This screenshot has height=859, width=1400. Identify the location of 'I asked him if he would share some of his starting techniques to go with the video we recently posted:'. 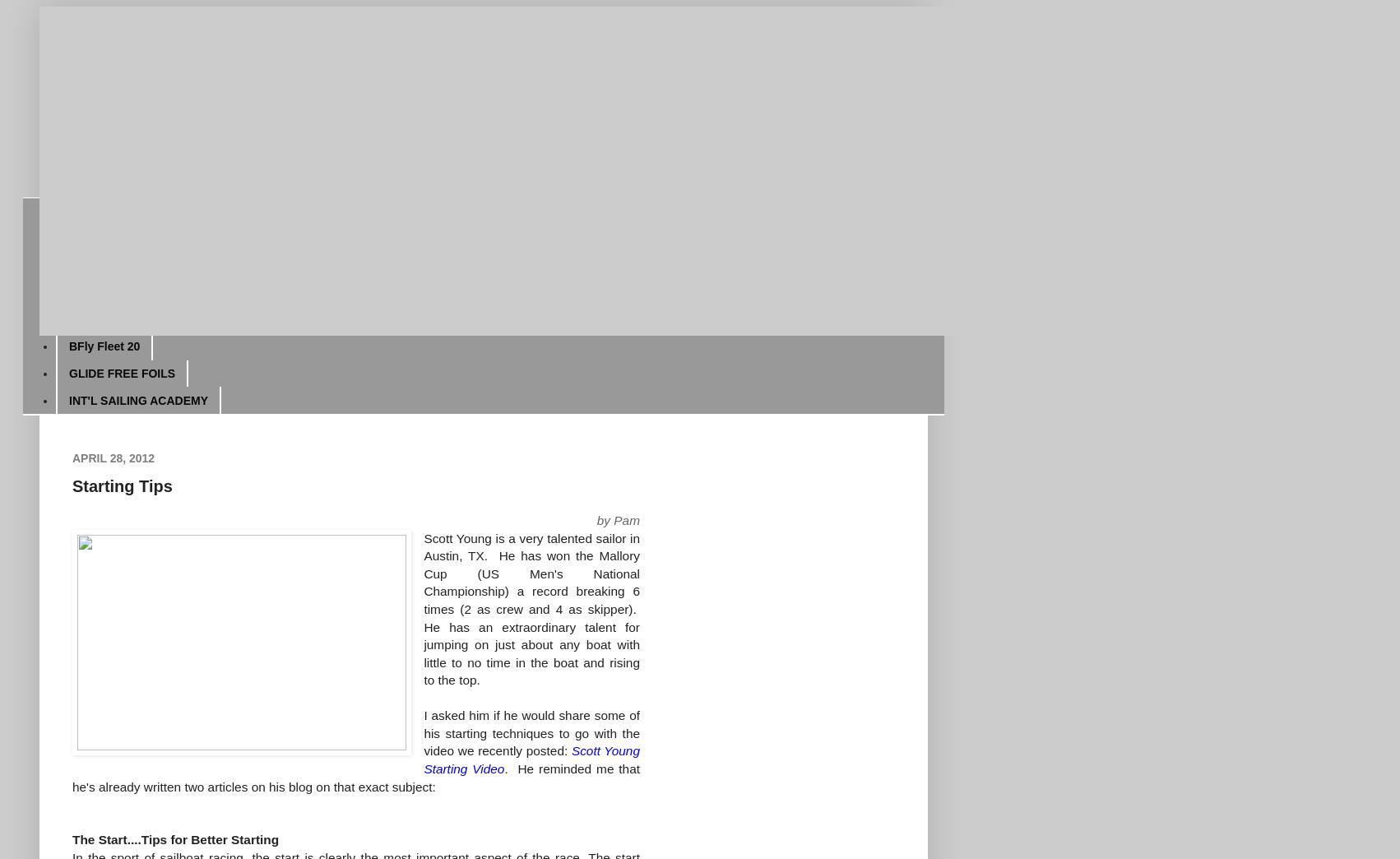
(531, 732).